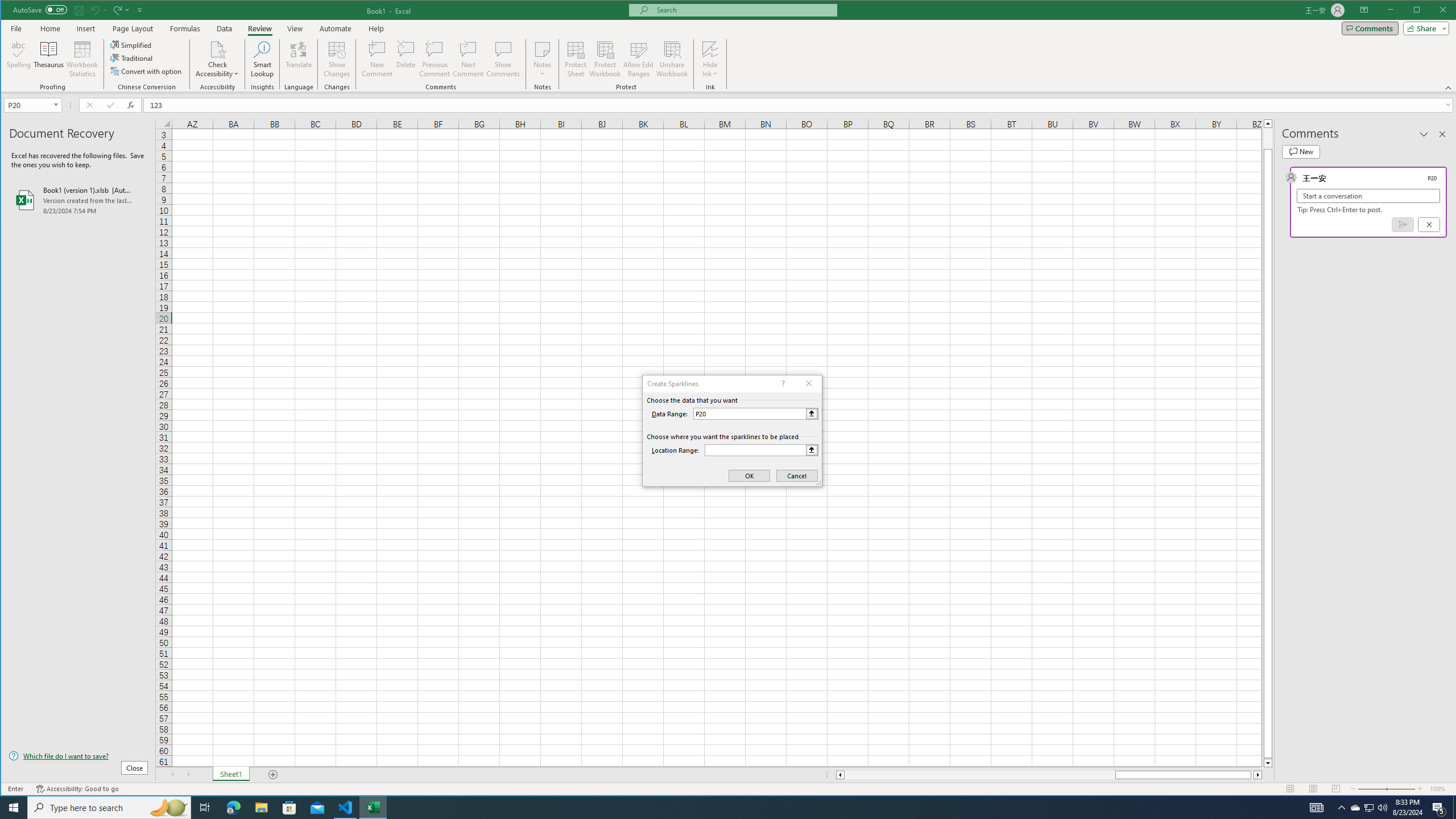  Describe the element at coordinates (605, 59) in the screenshot. I see `'Protect Workbook...'` at that location.